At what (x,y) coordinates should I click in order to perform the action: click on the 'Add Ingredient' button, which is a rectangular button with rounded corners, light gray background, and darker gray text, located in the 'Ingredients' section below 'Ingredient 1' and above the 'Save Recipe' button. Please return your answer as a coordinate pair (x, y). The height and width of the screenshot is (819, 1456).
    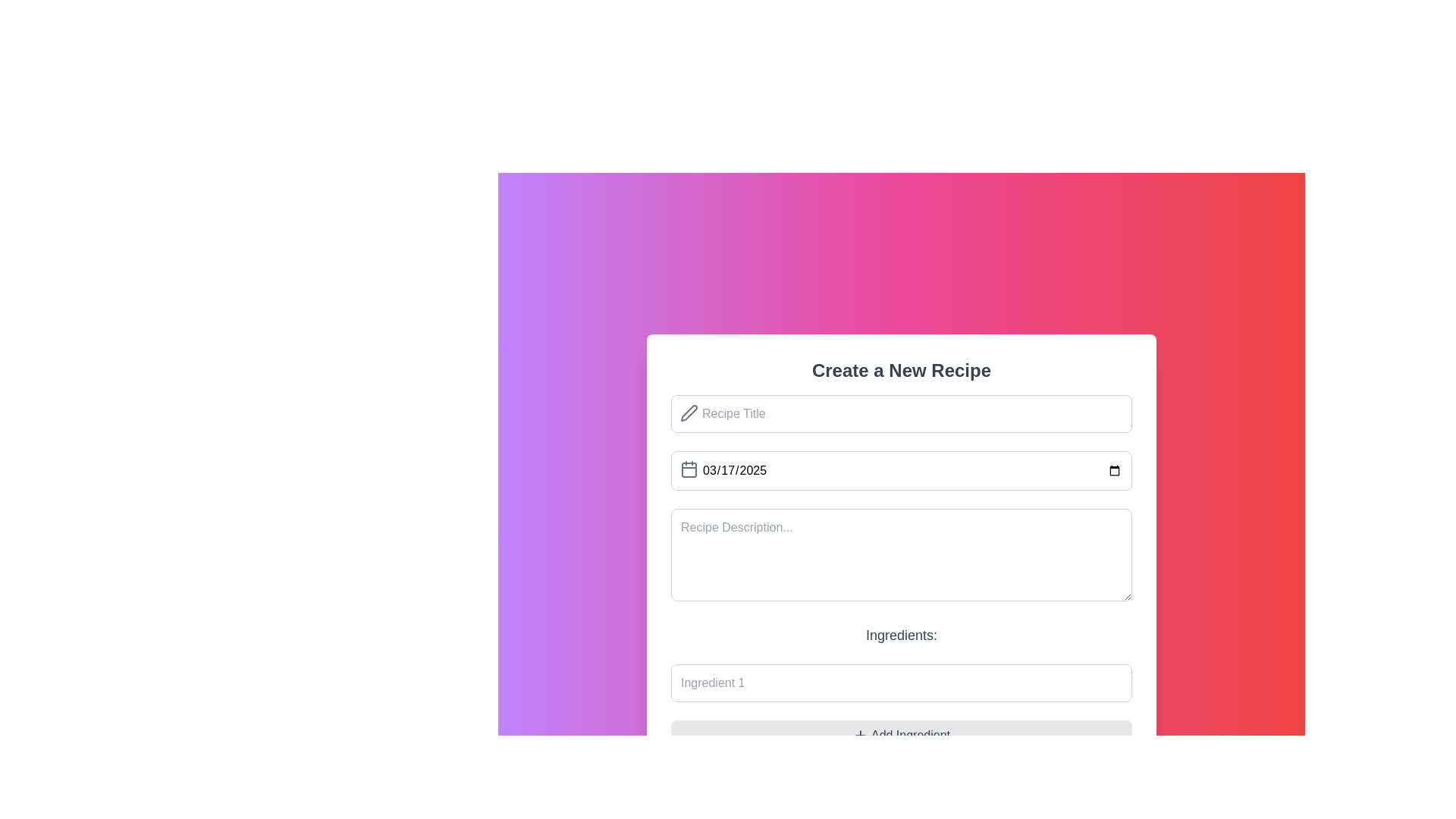
    Looking at the image, I should click on (902, 734).